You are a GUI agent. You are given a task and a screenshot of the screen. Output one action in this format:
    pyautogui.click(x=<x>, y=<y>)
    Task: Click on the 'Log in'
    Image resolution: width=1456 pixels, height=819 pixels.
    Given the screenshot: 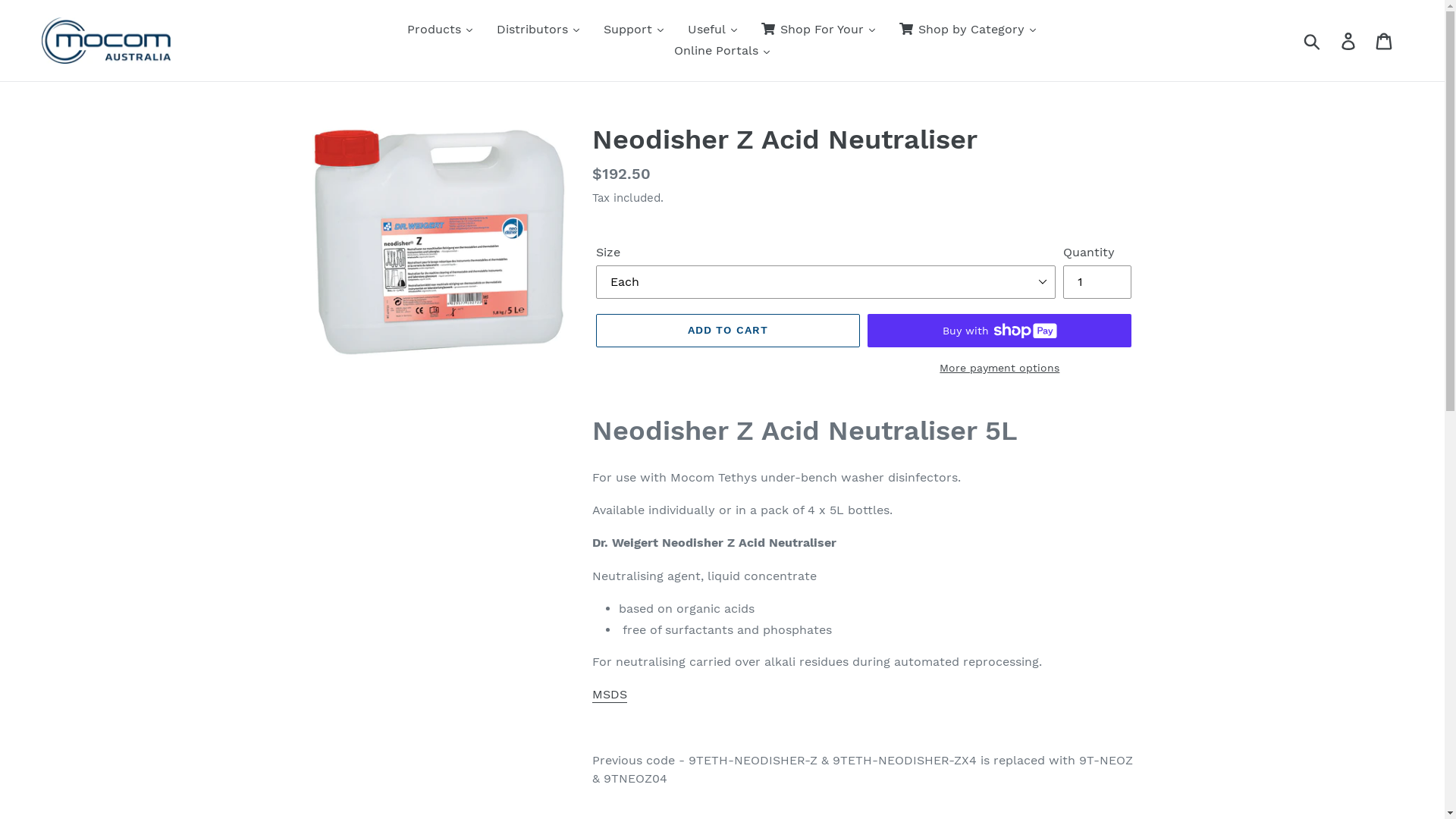 What is the action you would take?
    pyautogui.click(x=1349, y=39)
    